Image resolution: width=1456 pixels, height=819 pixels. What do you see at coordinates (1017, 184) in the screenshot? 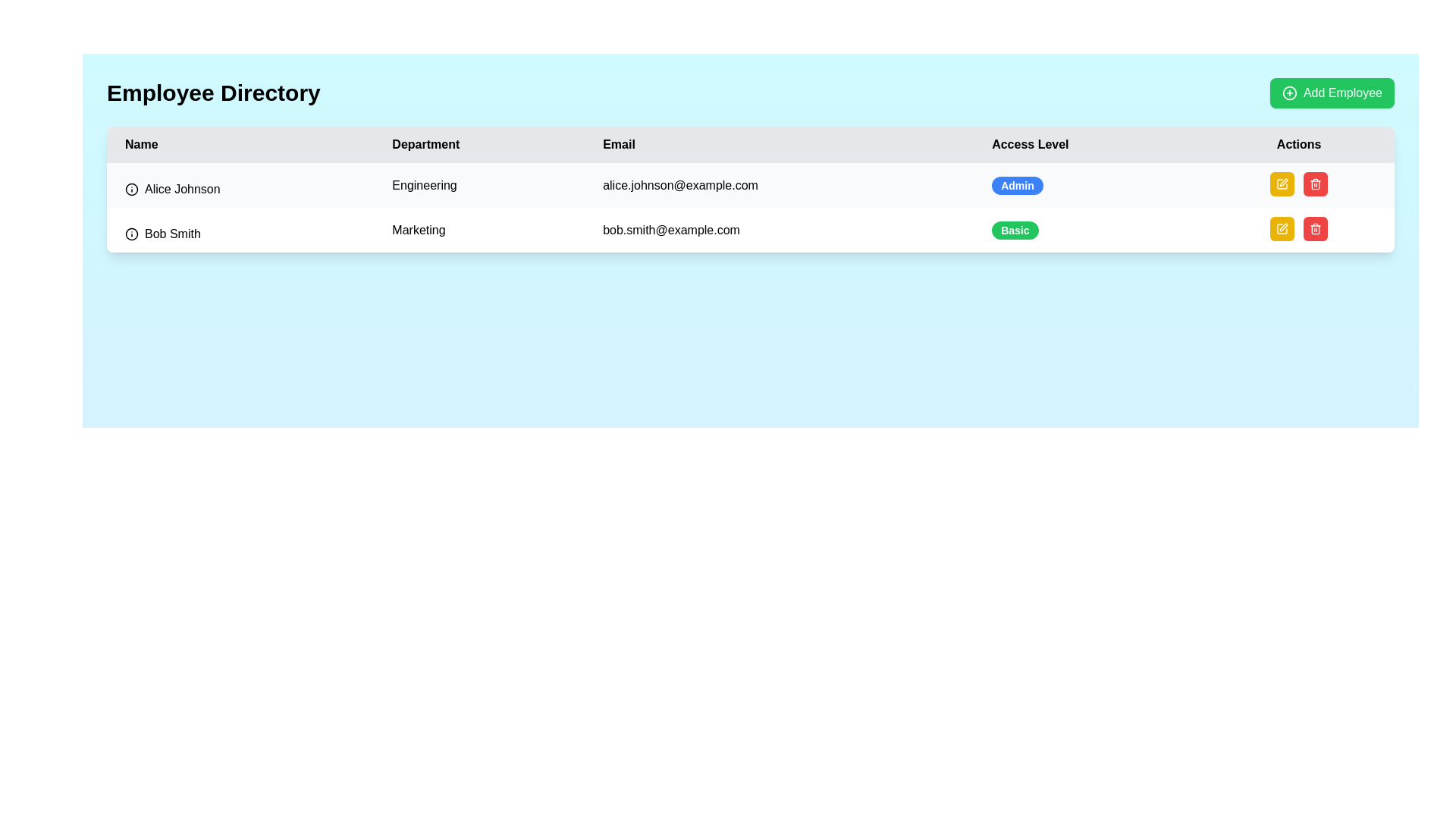
I see `the badge indicating the access level for the 'Admin' role in the first row of the table corresponding to 'Alice Johnson'` at bounding box center [1017, 184].